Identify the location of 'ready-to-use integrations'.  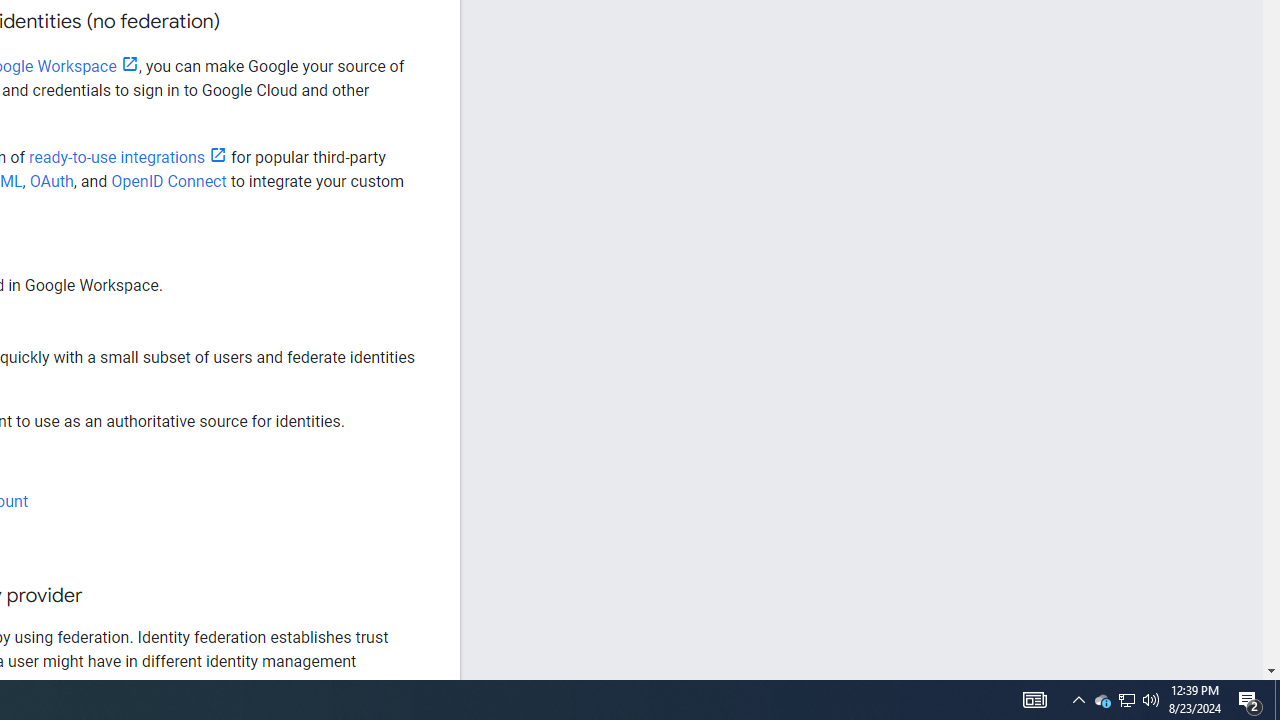
(127, 156).